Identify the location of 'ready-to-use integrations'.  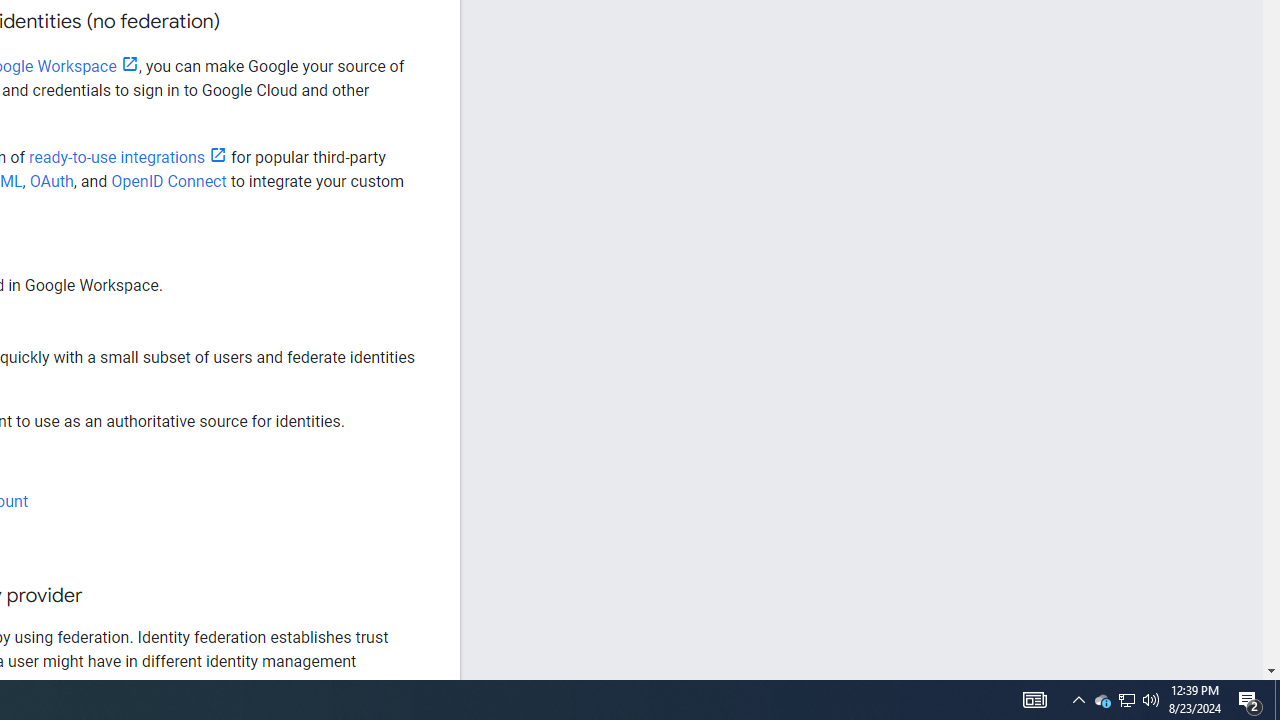
(127, 156).